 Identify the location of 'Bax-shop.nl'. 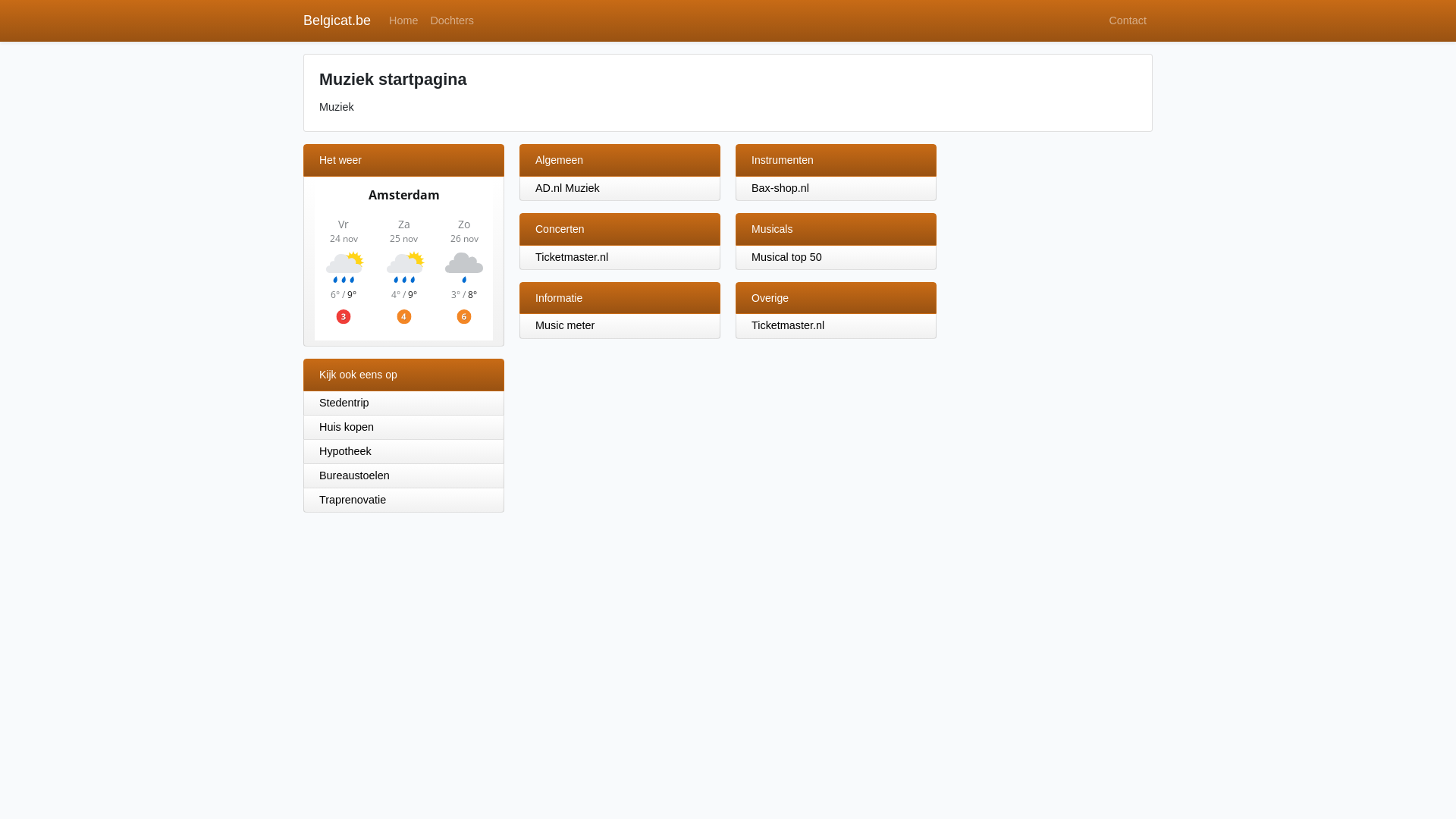
(780, 187).